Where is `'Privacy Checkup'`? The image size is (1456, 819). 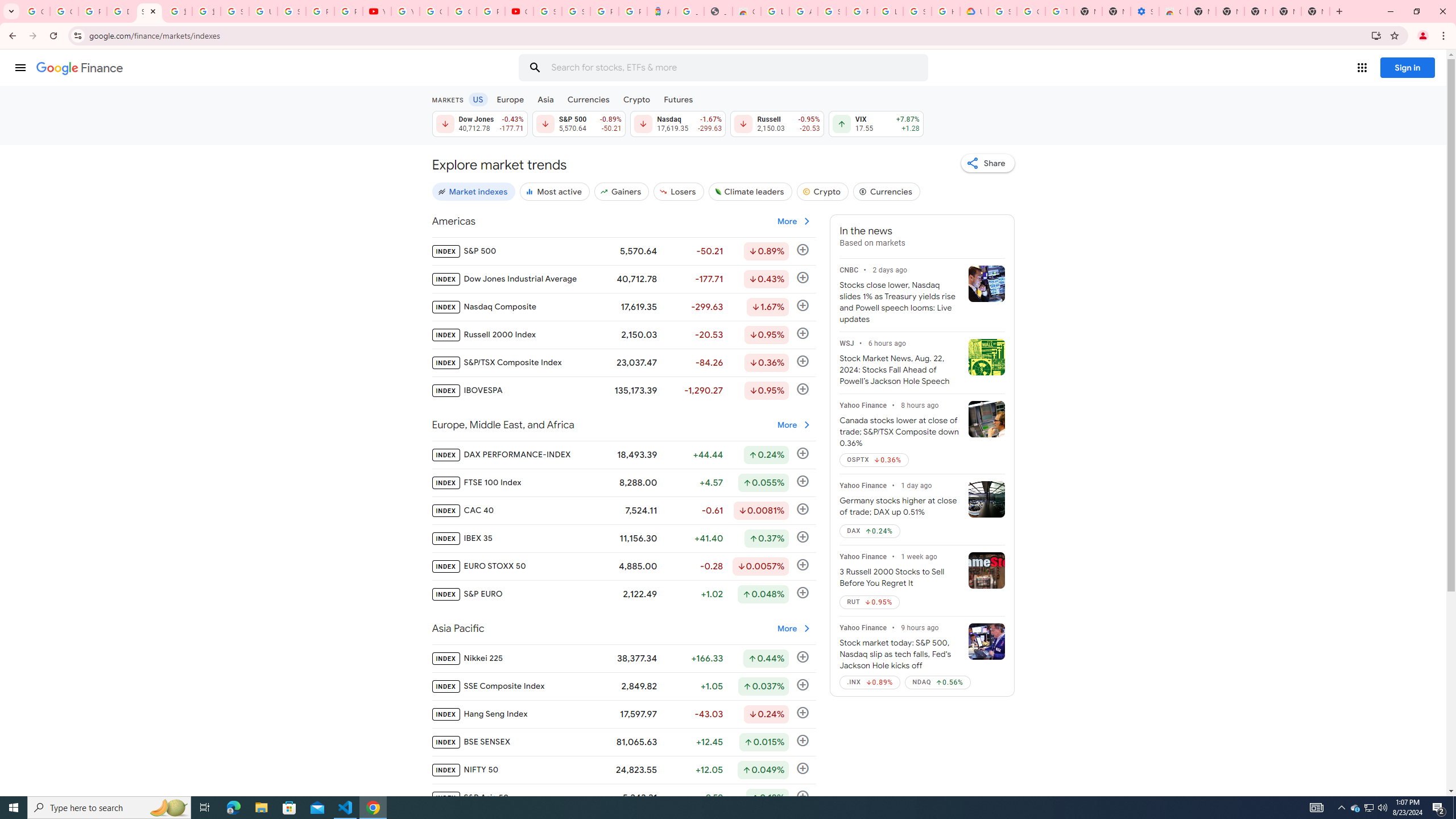
'Privacy Checkup' is located at coordinates (348, 11).